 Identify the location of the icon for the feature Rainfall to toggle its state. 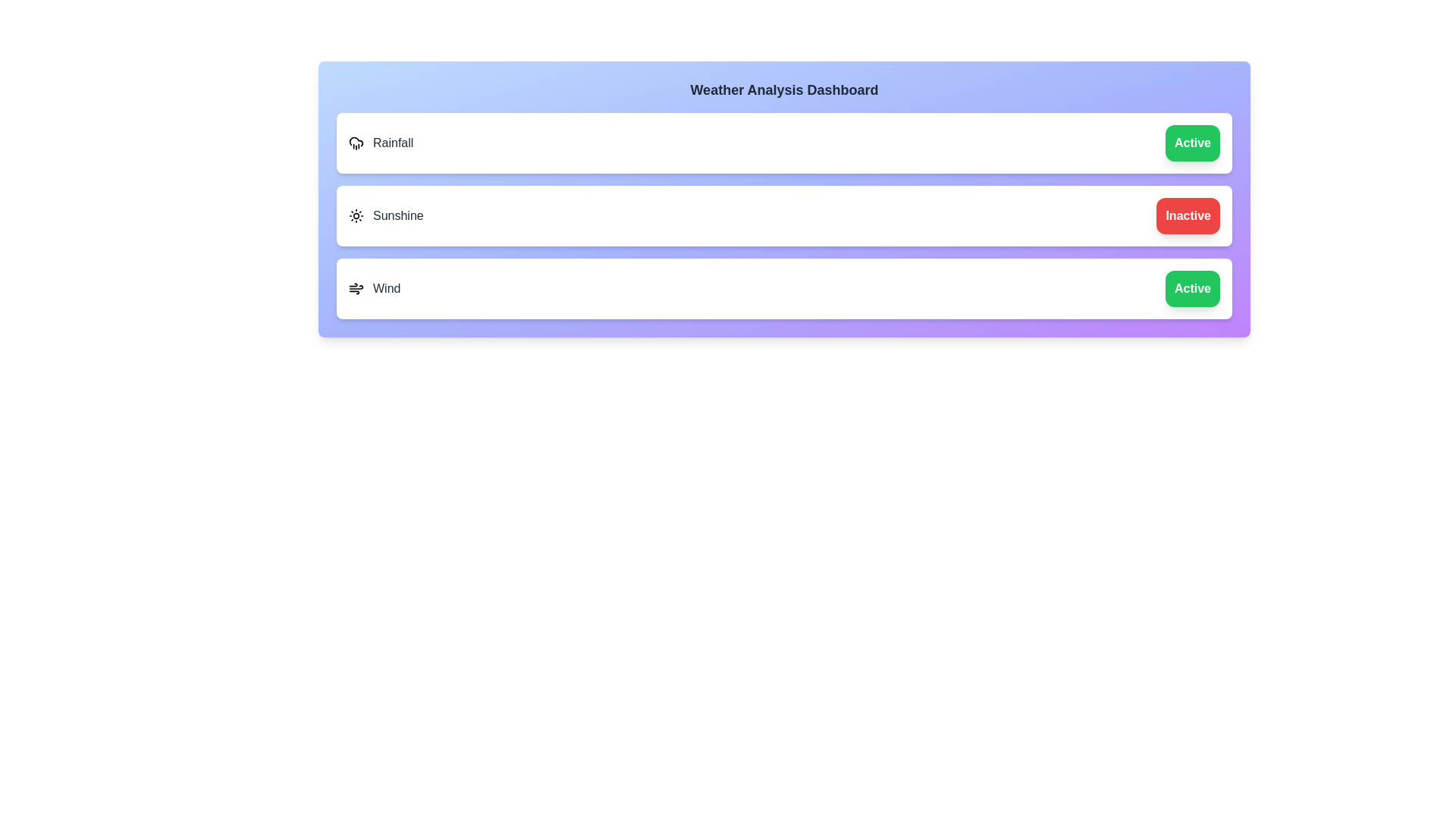
(356, 143).